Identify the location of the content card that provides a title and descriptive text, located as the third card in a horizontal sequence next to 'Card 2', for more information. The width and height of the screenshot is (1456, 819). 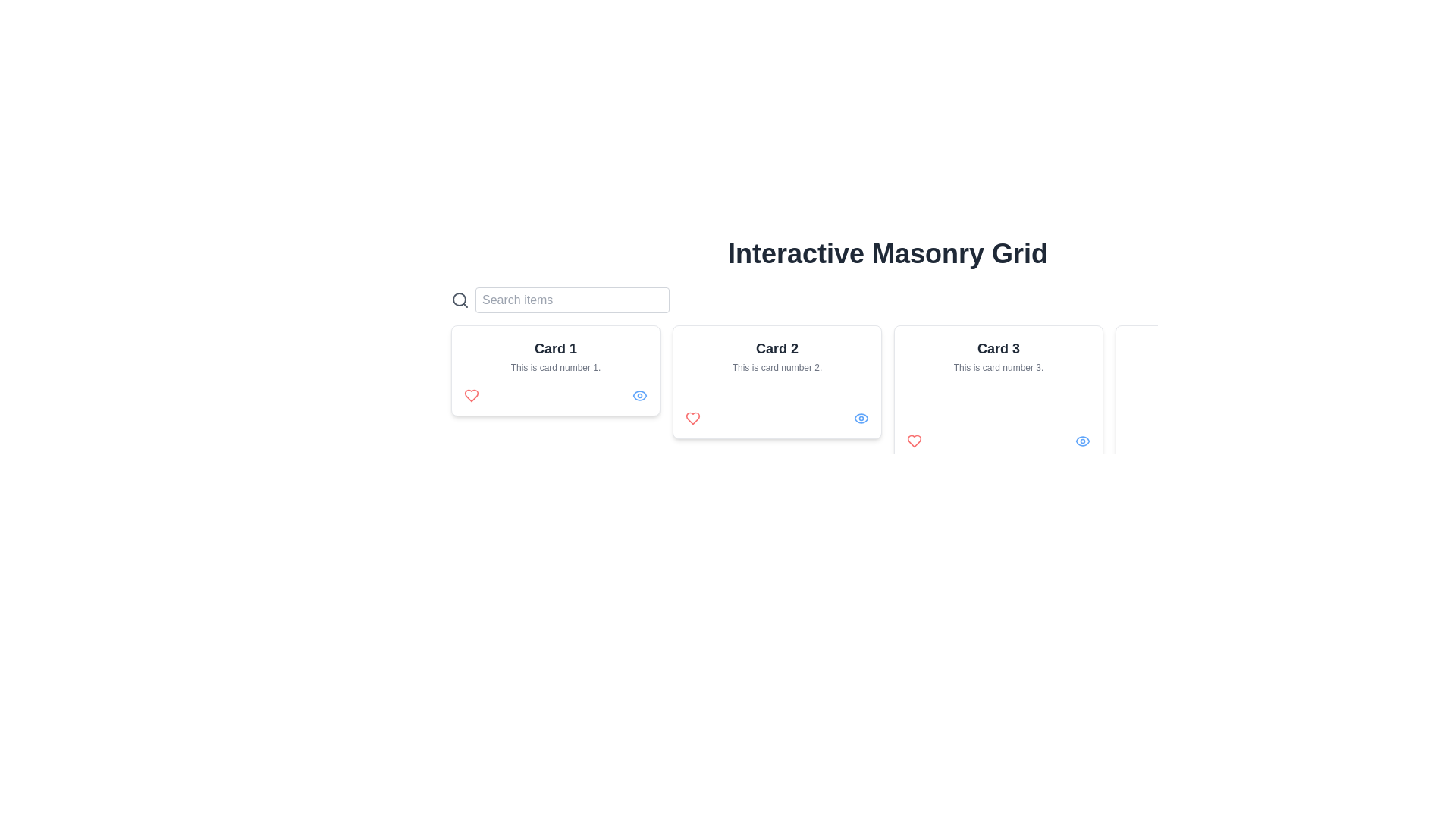
(998, 356).